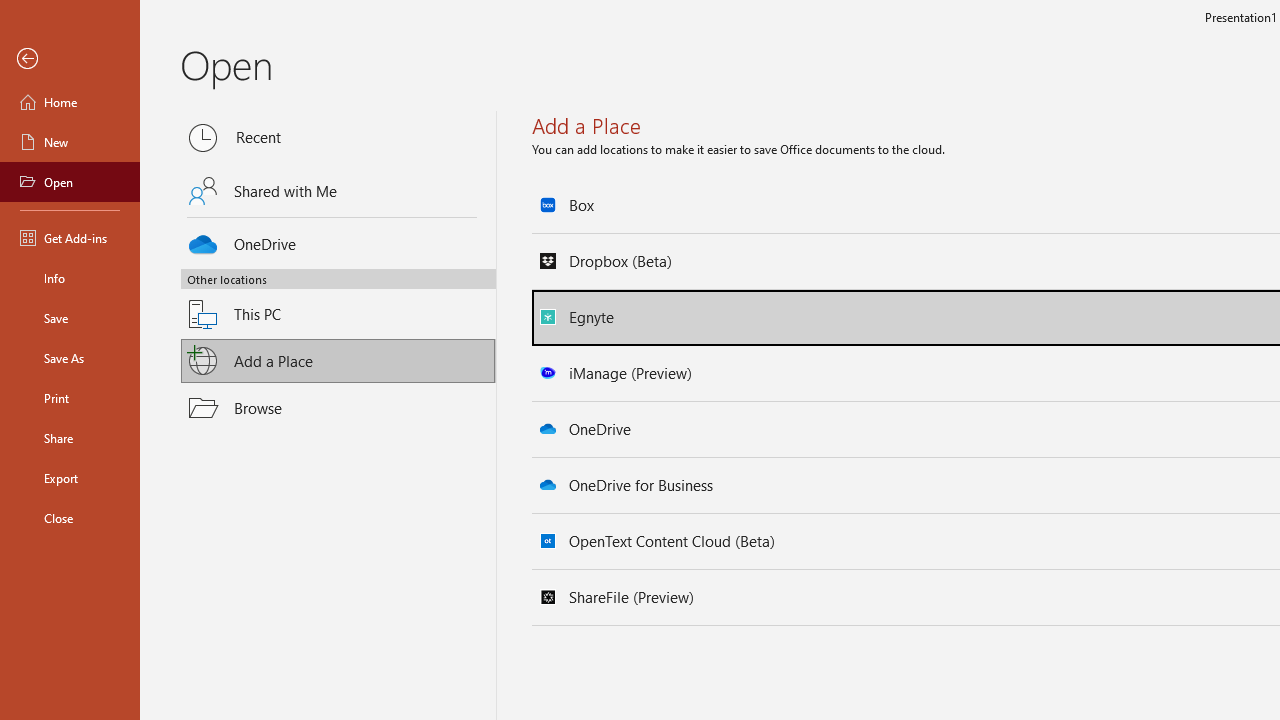 This screenshot has height=720, width=1280. What do you see at coordinates (69, 58) in the screenshot?
I see `'Back'` at bounding box center [69, 58].